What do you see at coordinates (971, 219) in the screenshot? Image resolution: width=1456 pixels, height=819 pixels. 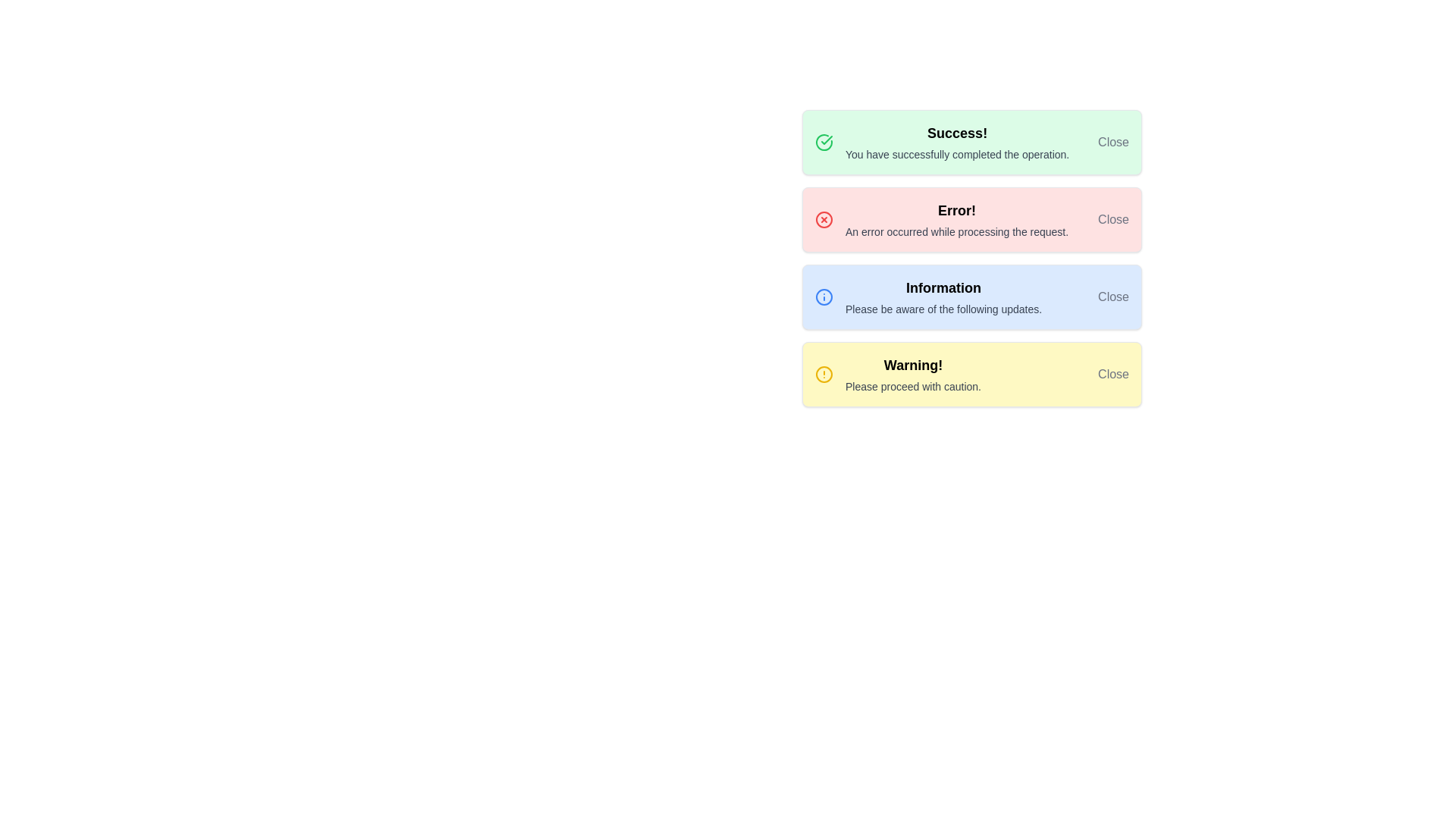 I see `error message from the notification box with a light red background, bold 'Error!' text, and a 'Close' link` at bounding box center [971, 219].